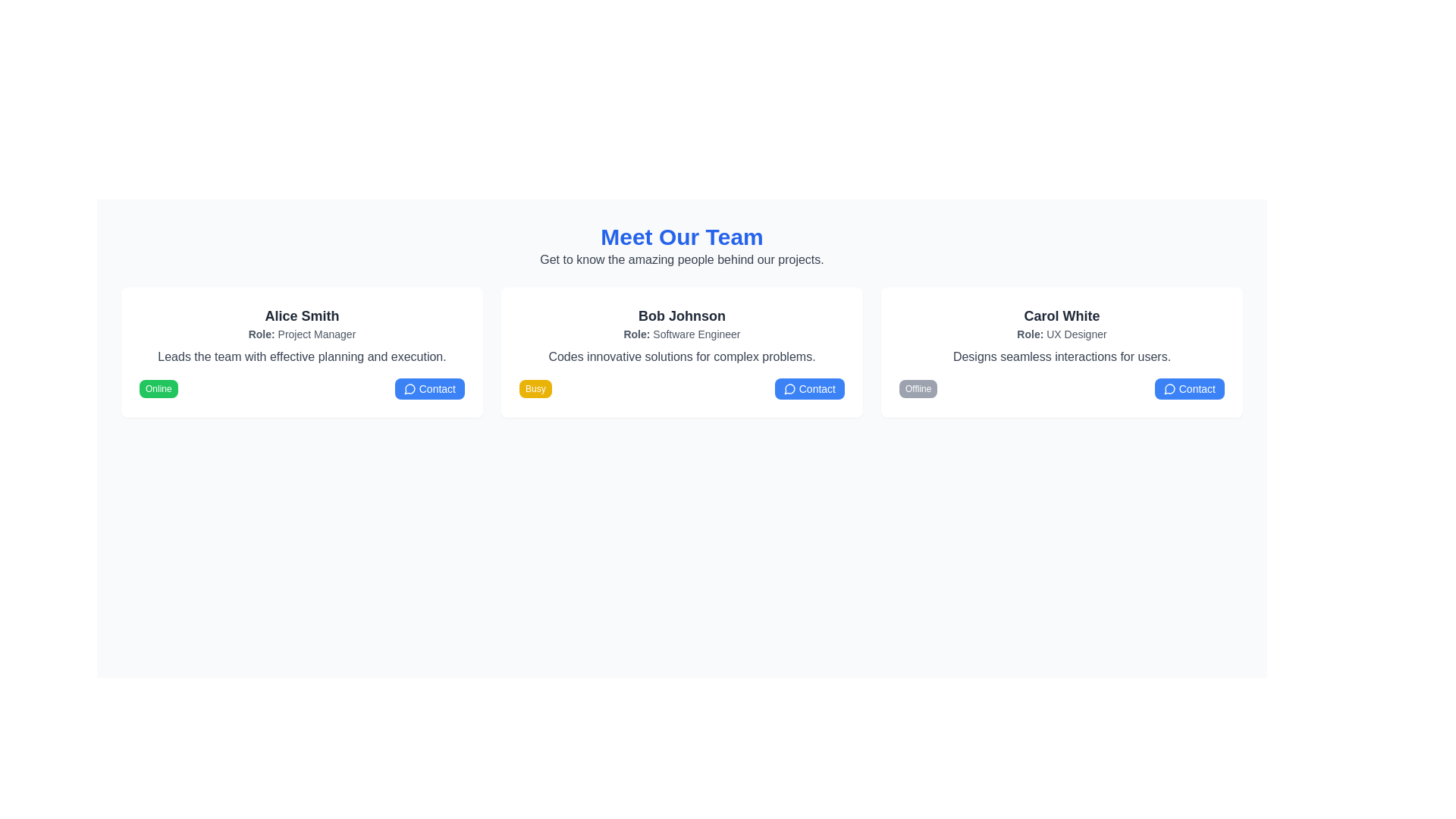  I want to click on the contact button located in the bottom-right corner of Alice Smith's profile card, just below the 'Online' status indicator, to initiate contact, so click(428, 388).